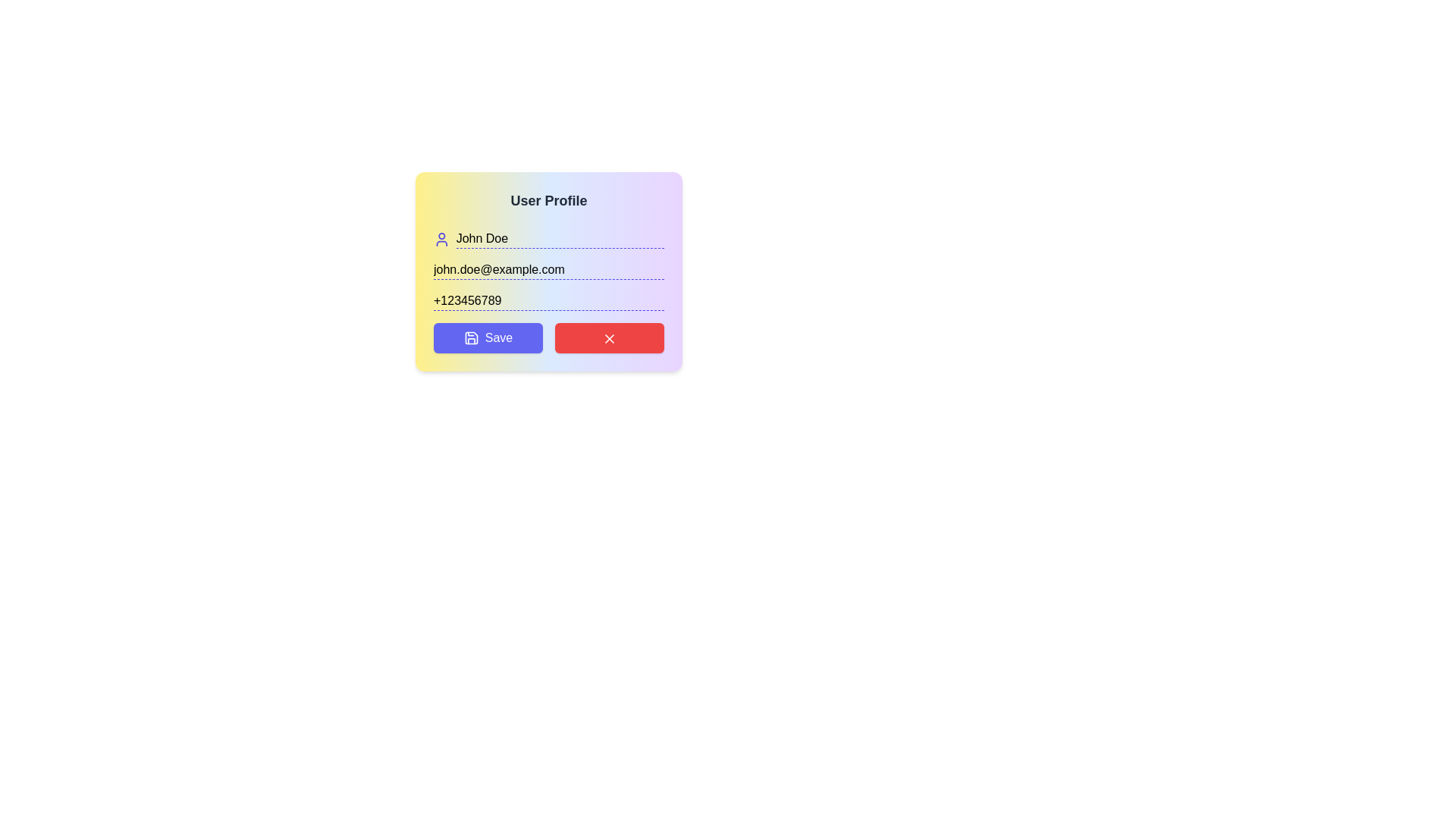 The height and width of the screenshot is (819, 1456). Describe the element at coordinates (548, 271) in the screenshot. I see `the email input text field, which is the second input field in the form located below the 'John Doe' text field and above the '+123456789' text field` at that location.